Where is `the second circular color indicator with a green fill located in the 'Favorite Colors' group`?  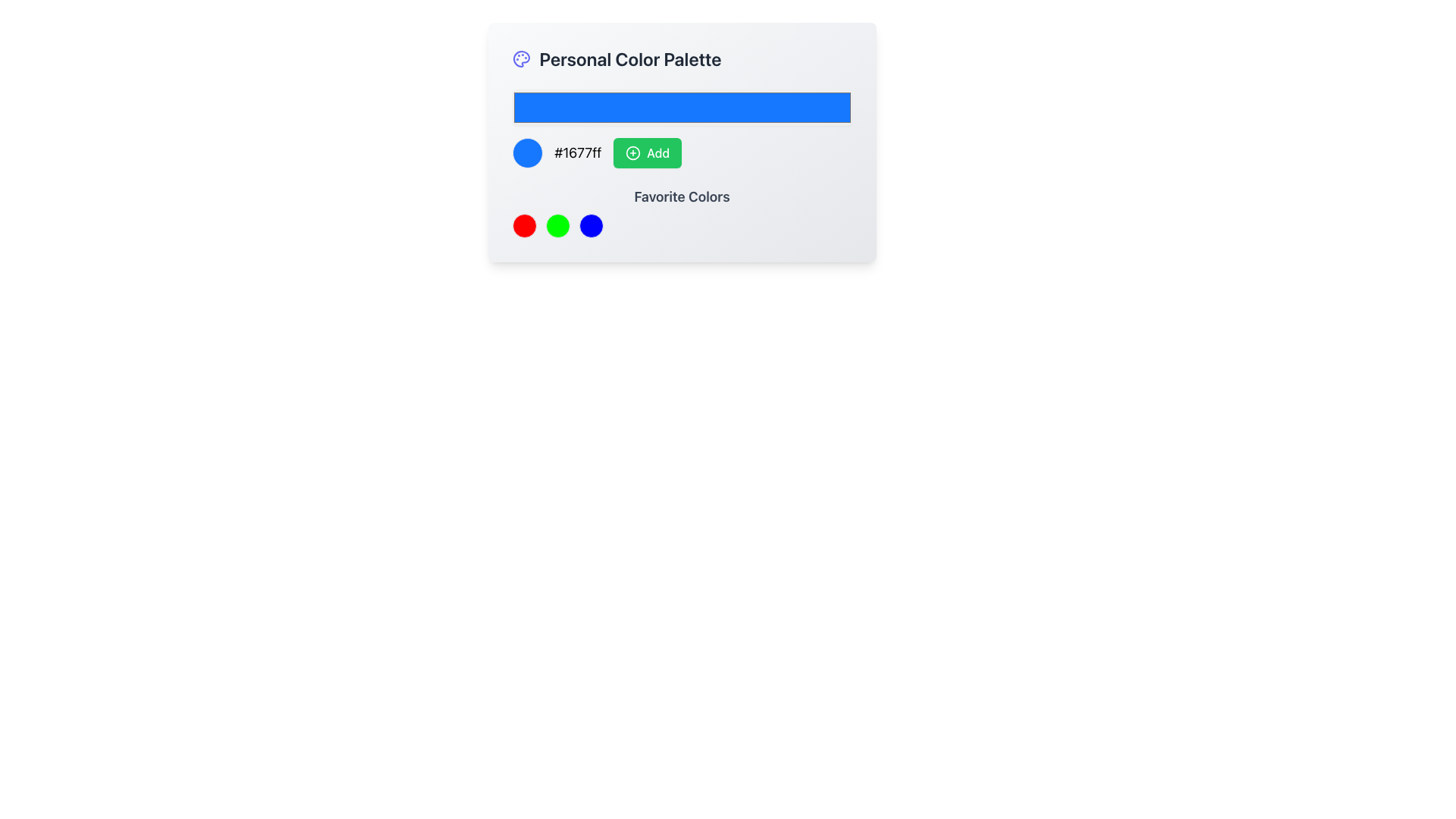
the second circular color indicator with a green fill located in the 'Favorite Colors' group is located at coordinates (557, 225).